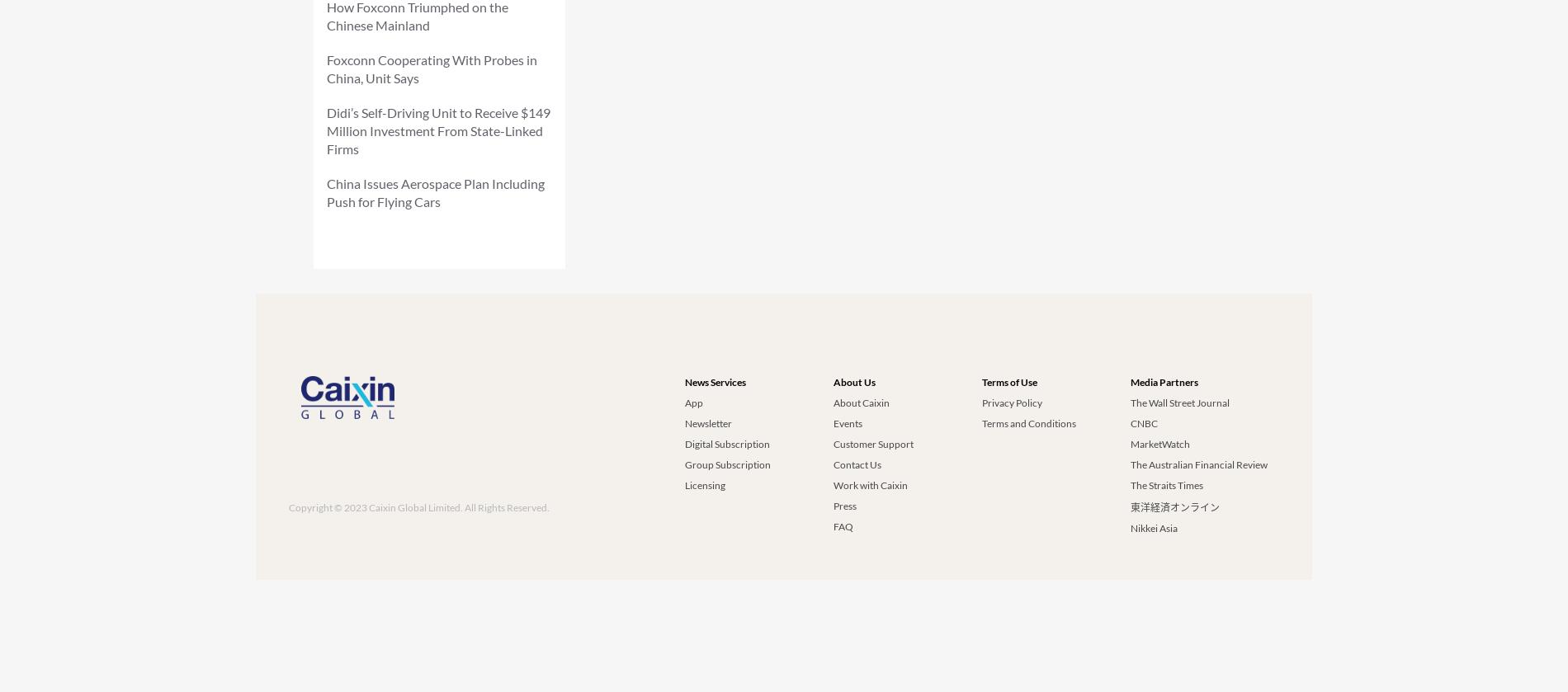 This screenshot has width=1568, height=692. What do you see at coordinates (854, 381) in the screenshot?
I see `'About Us'` at bounding box center [854, 381].